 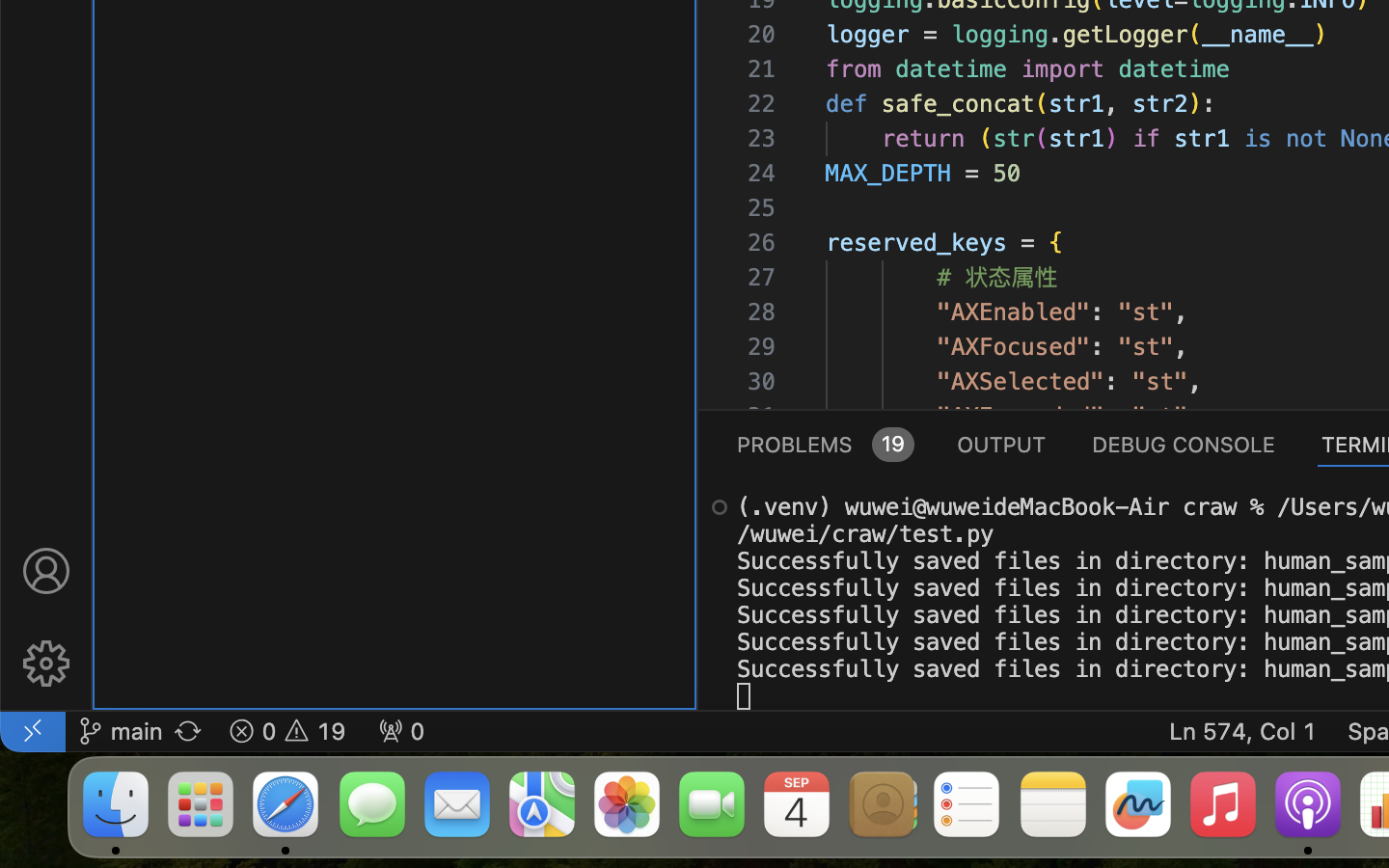 What do you see at coordinates (44, 571) in the screenshot?
I see `''` at bounding box center [44, 571].